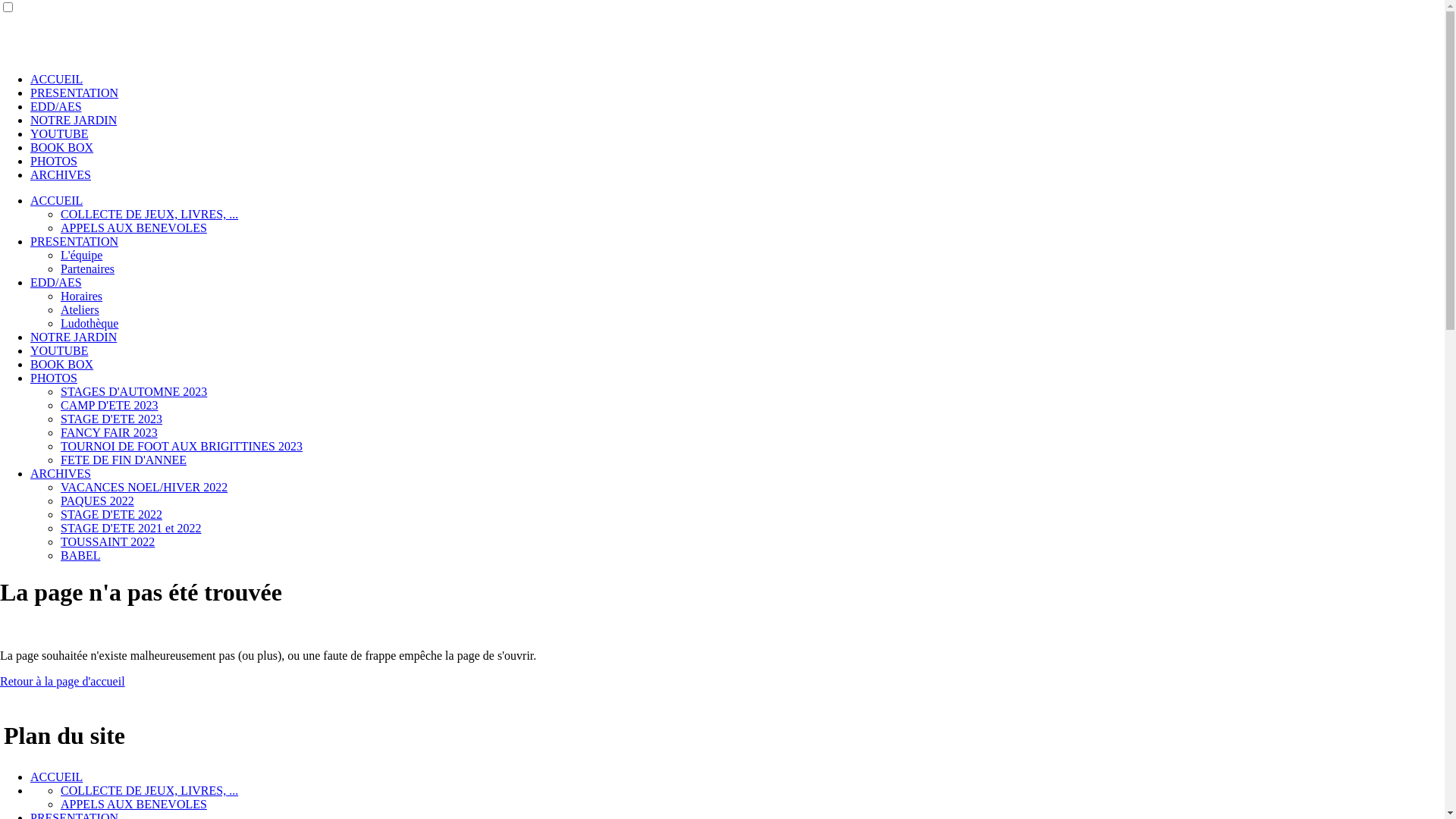 This screenshot has width=1456, height=819. I want to click on 'NOTRE JARDIN', so click(72, 119).